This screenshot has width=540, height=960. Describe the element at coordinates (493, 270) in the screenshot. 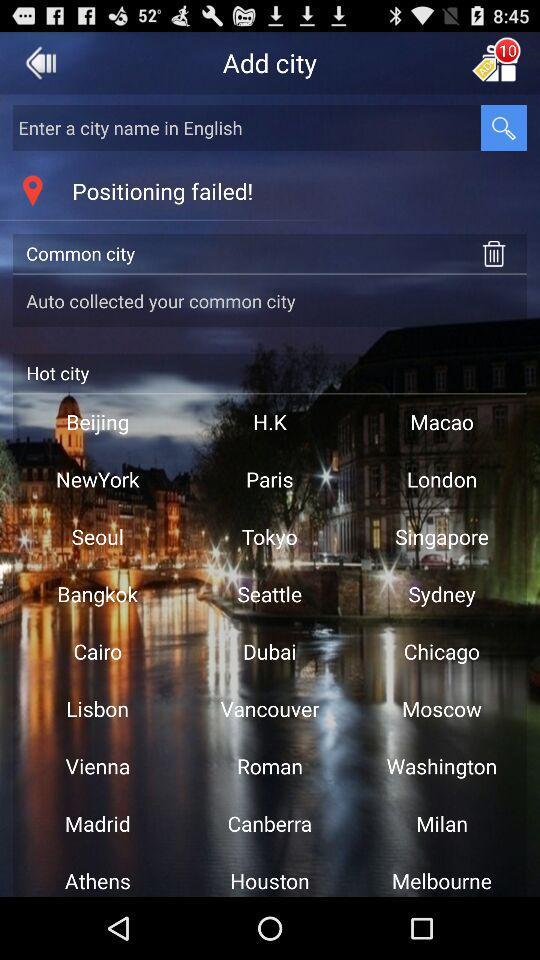

I see `the delete icon` at that location.